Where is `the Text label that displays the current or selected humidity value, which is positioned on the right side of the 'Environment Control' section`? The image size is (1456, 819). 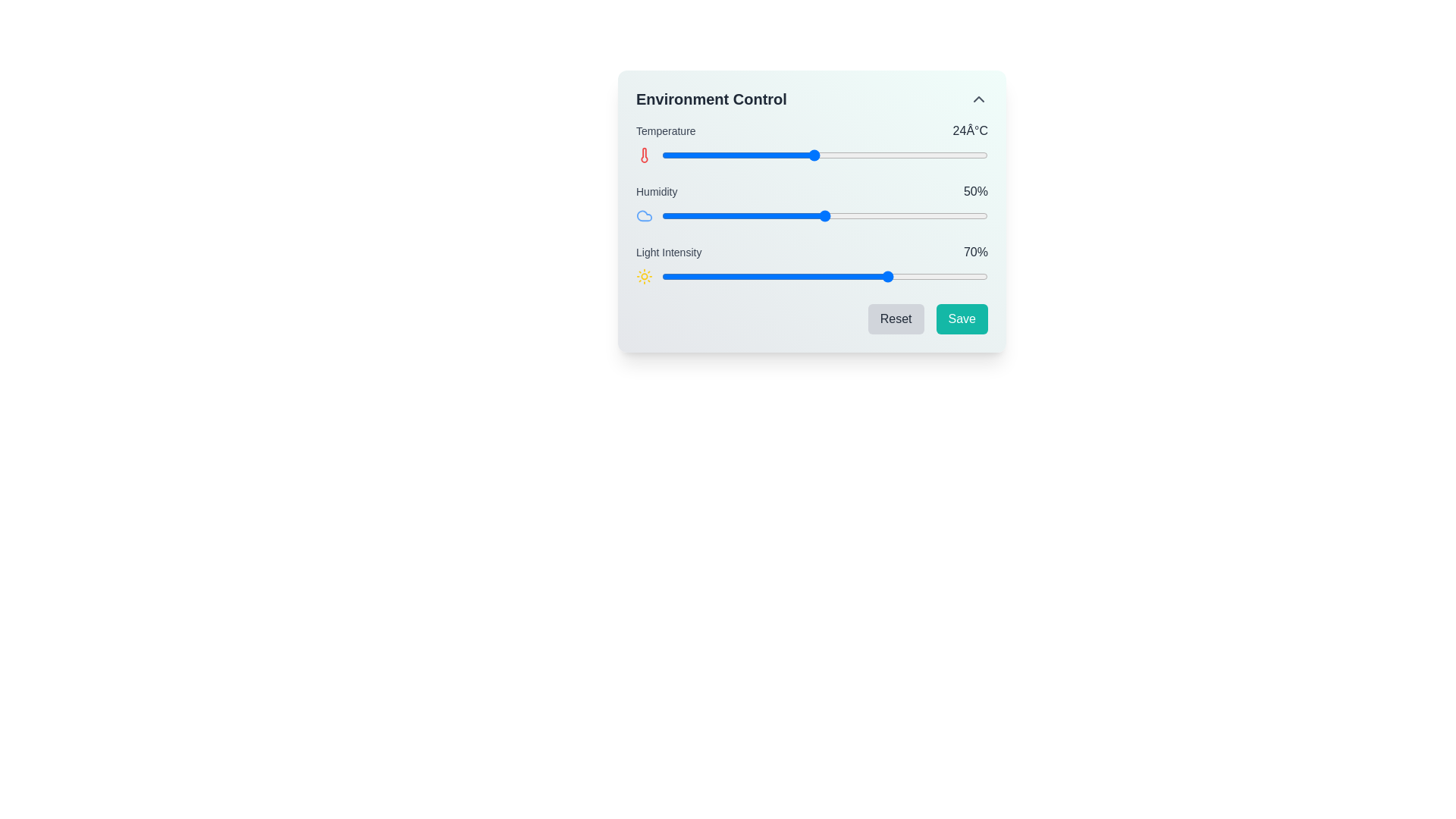
the Text label that displays the current or selected humidity value, which is positioned on the right side of the 'Environment Control' section is located at coordinates (975, 191).